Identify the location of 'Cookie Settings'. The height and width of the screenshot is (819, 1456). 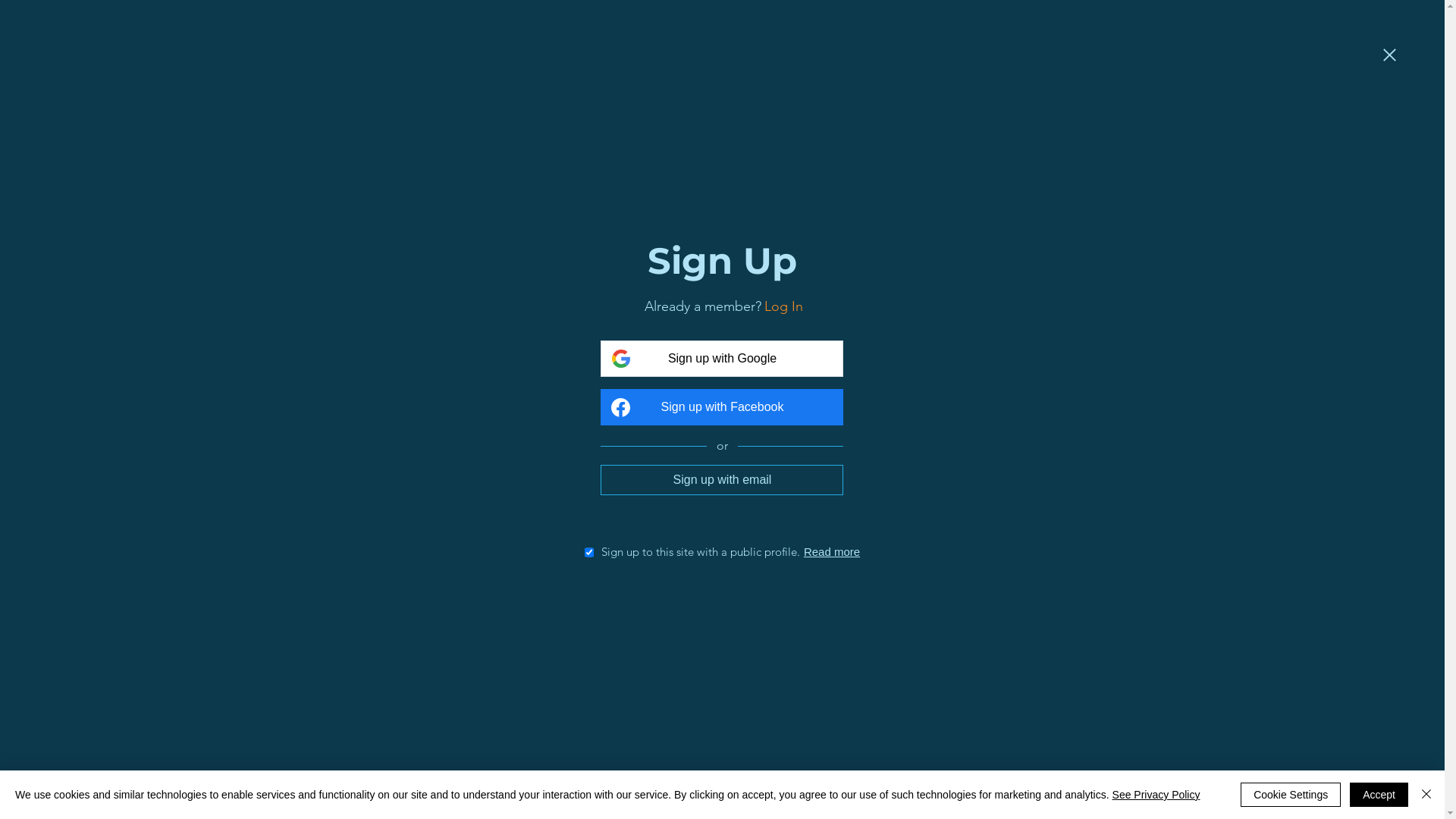
(1290, 794).